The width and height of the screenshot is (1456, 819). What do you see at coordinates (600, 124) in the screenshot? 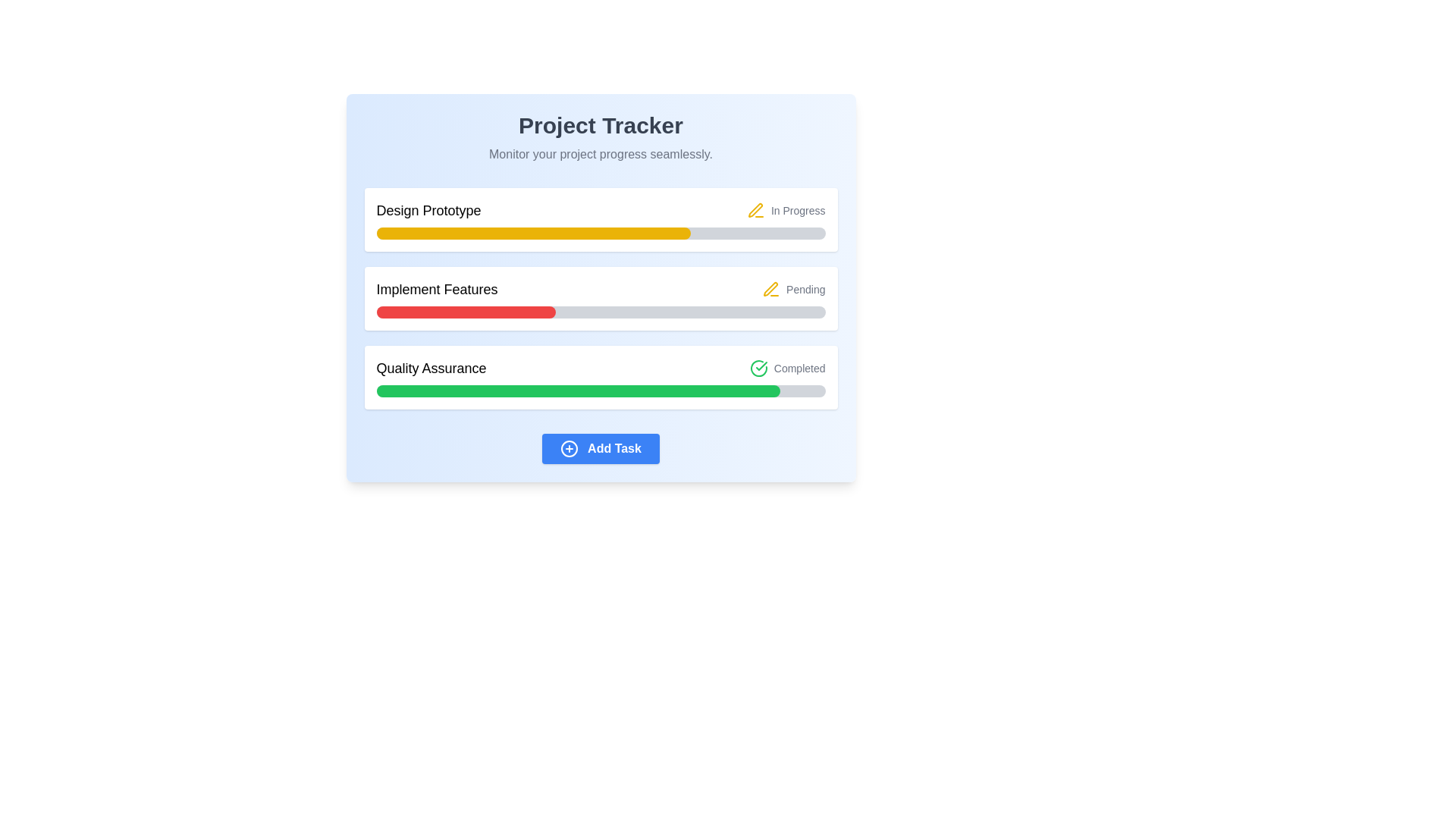
I see `text displayed in the main title of the interface, which identifies the page as 'Project Tracker'` at bounding box center [600, 124].